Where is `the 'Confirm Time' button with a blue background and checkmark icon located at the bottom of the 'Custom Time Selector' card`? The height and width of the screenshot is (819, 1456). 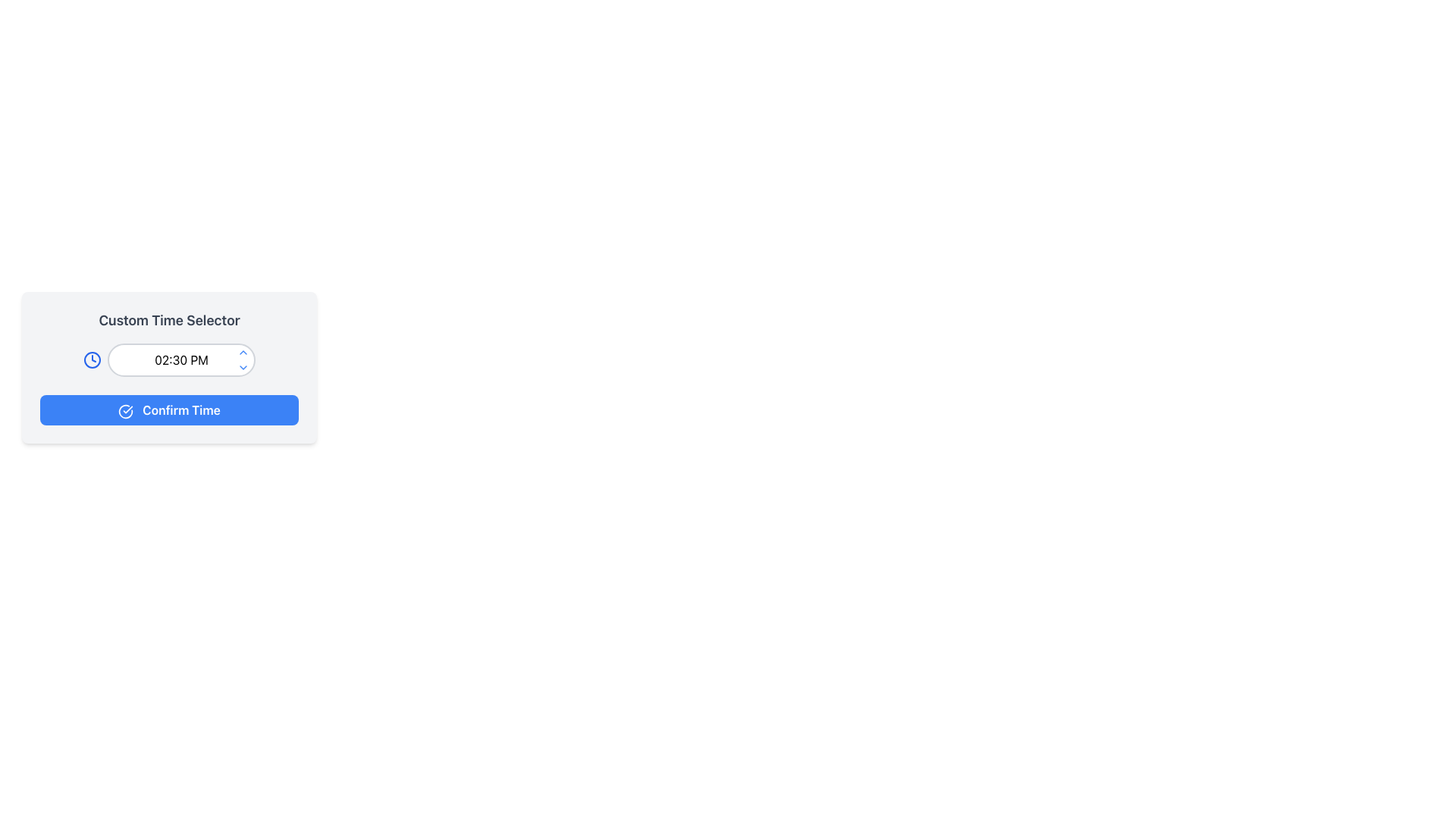
the 'Confirm Time' button with a blue background and checkmark icon located at the bottom of the 'Custom Time Selector' card is located at coordinates (169, 409).